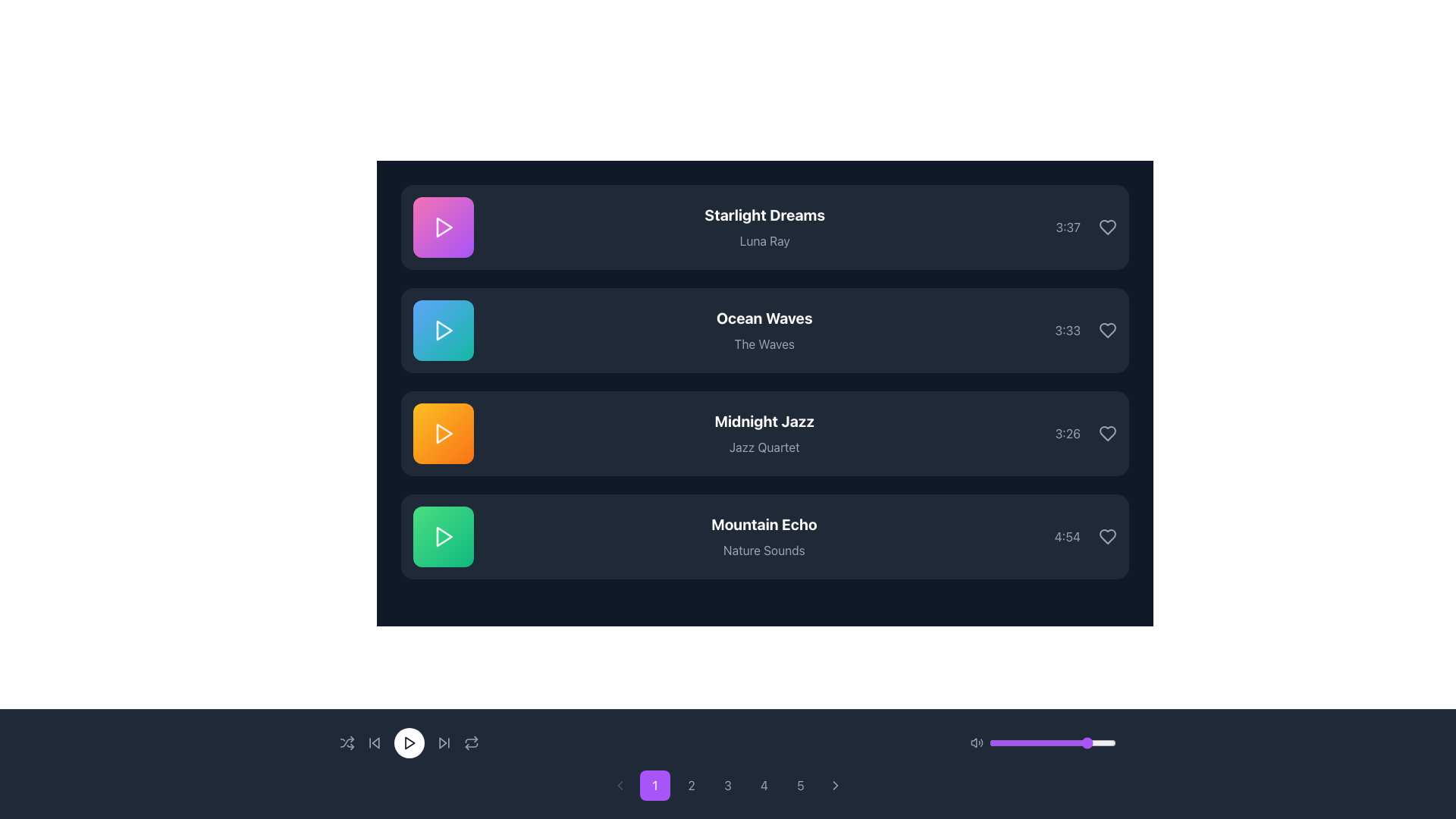  Describe the element at coordinates (691, 785) in the screenshot. I see `the rounded square button displaying '2' with a dark background` at that location.